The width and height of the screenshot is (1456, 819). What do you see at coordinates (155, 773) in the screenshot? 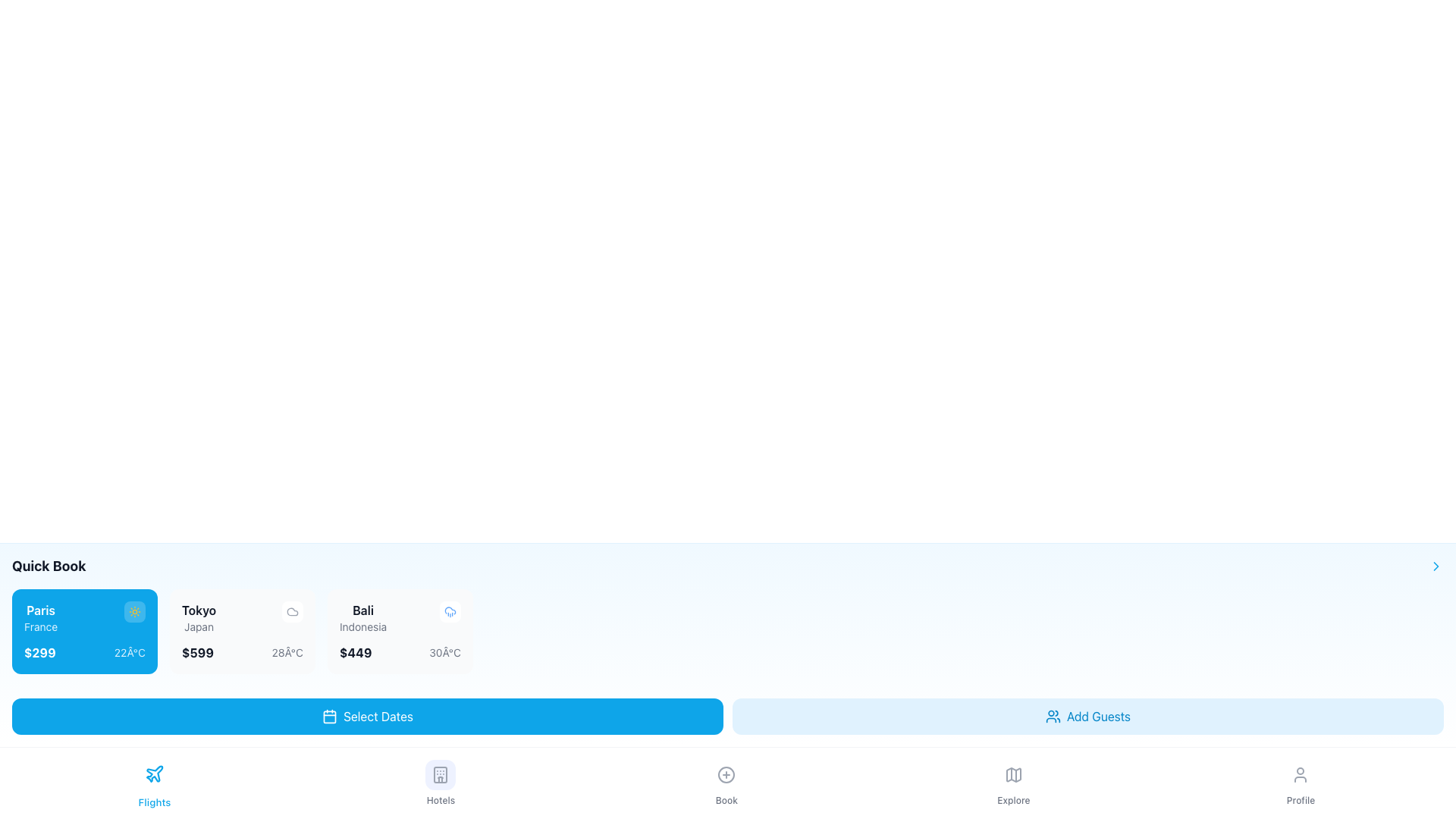
I see `the flight-related icon located within the bottom navigation bar, below the 'Flights' label, which has a light blue background and rounded edges` at bounding box center [155, 773].